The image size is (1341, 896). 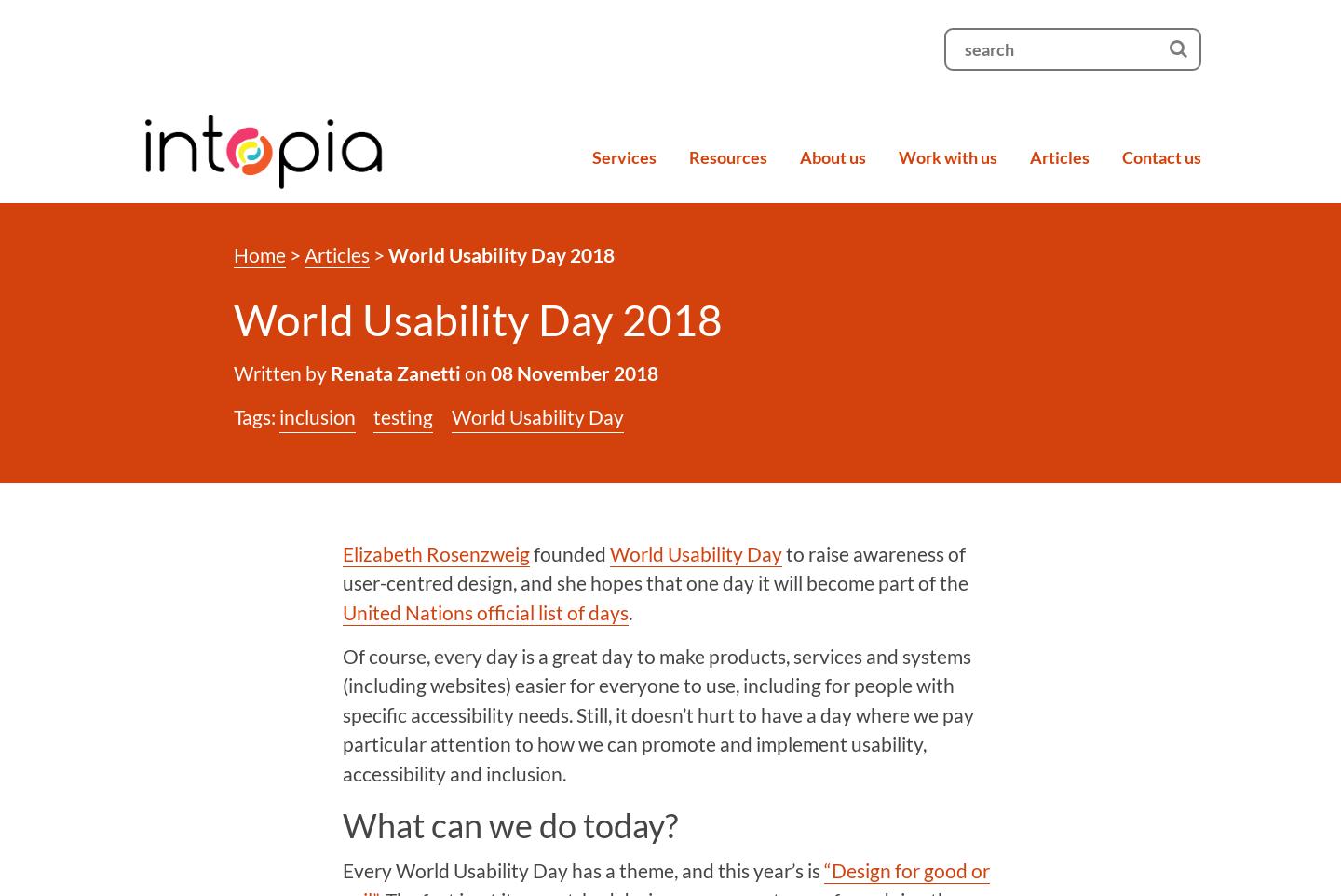 What do you see at coordinates (897, 156) in the screenshot?
I see `'Work with us'` at bounding box center [897, 156].